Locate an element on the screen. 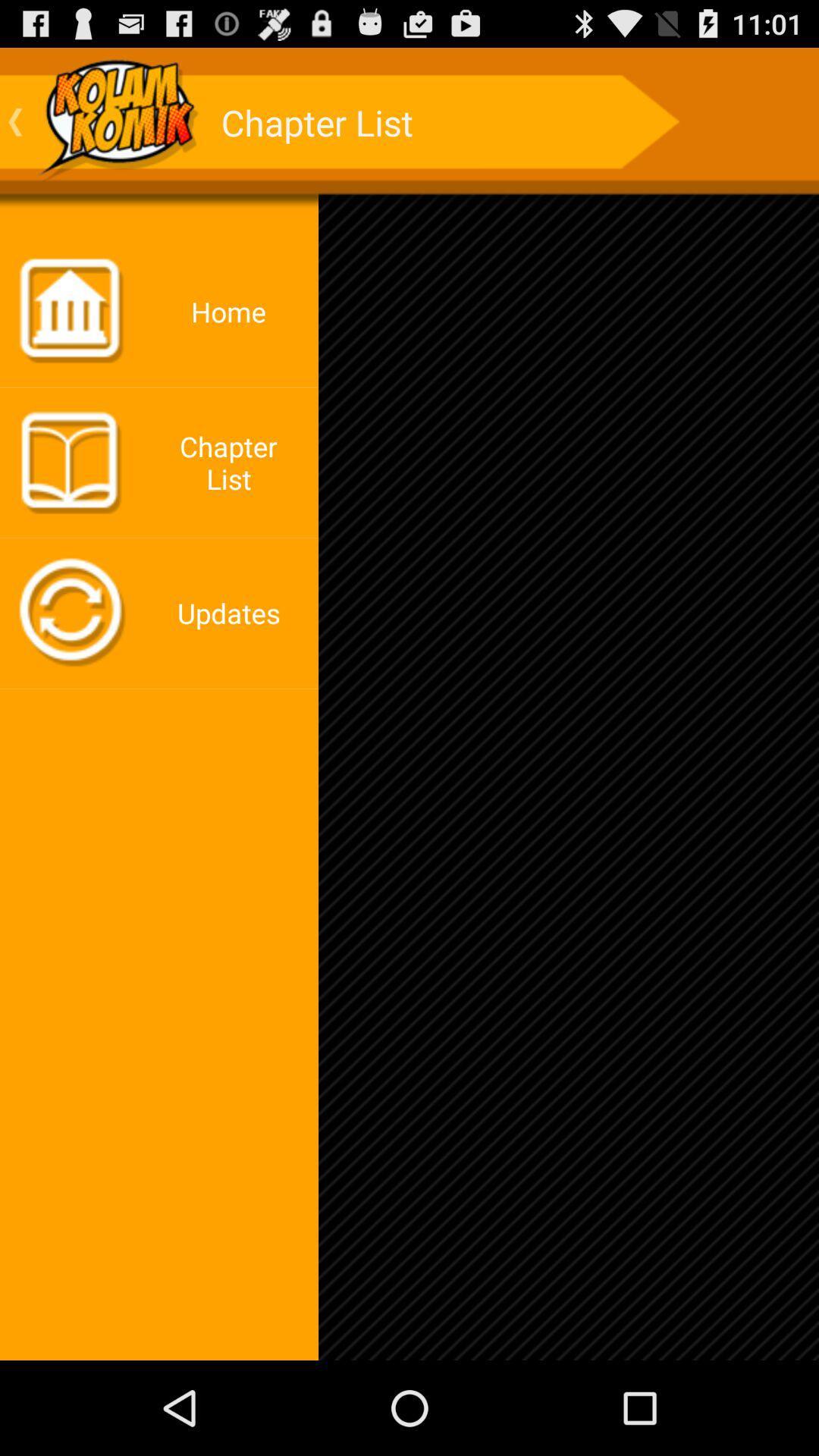 The image size is (819, 1456). updates is located at coordinates (233, 613).